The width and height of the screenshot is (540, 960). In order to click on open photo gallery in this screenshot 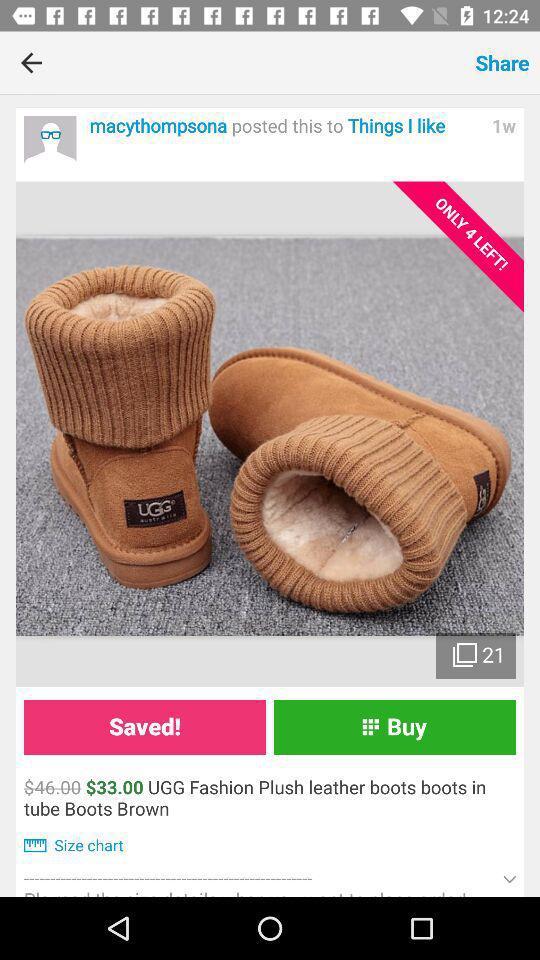, I will do `click(270, 434)`.